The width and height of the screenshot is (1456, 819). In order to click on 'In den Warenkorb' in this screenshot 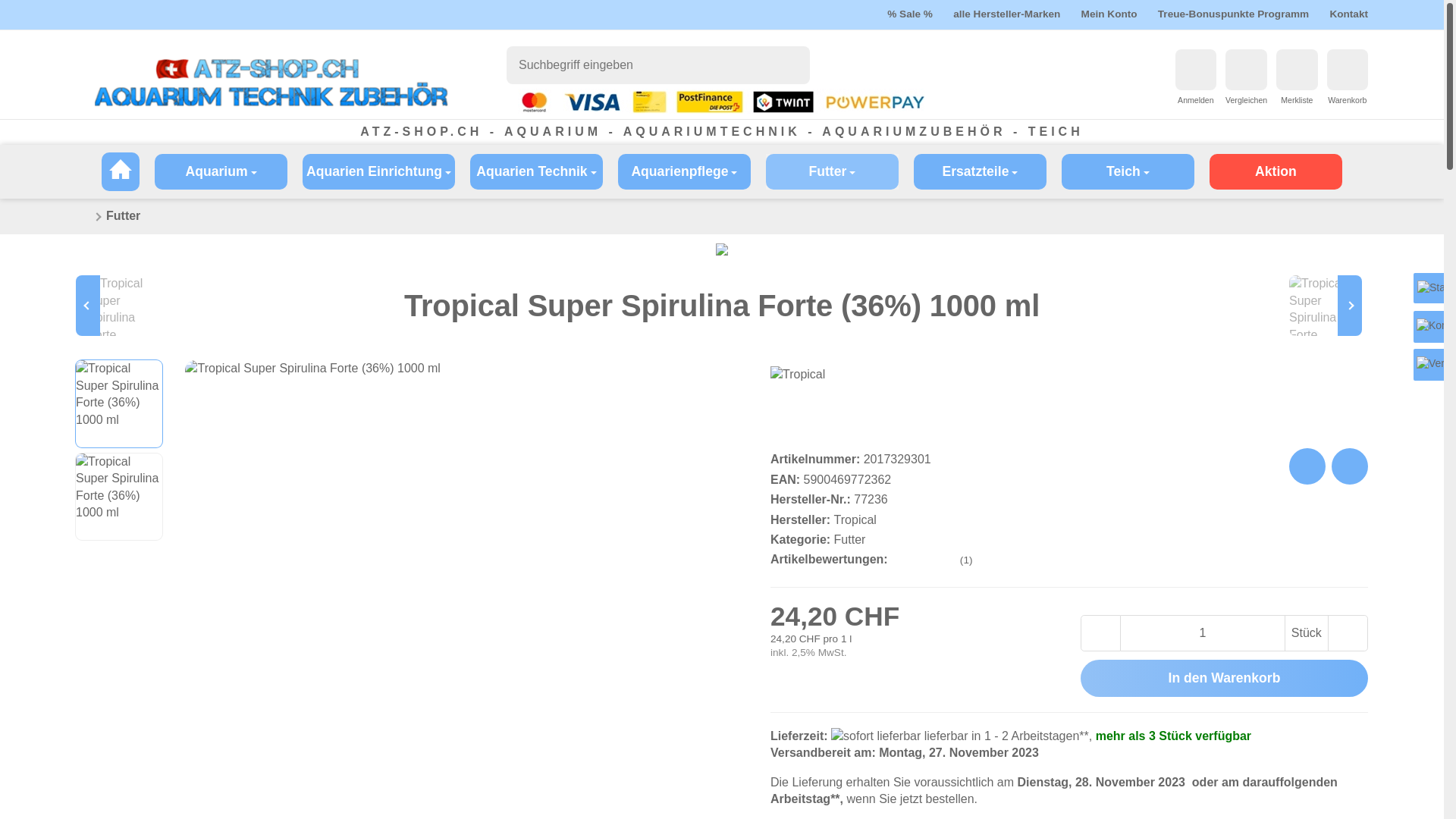, I will do `click(1224, 677)`.